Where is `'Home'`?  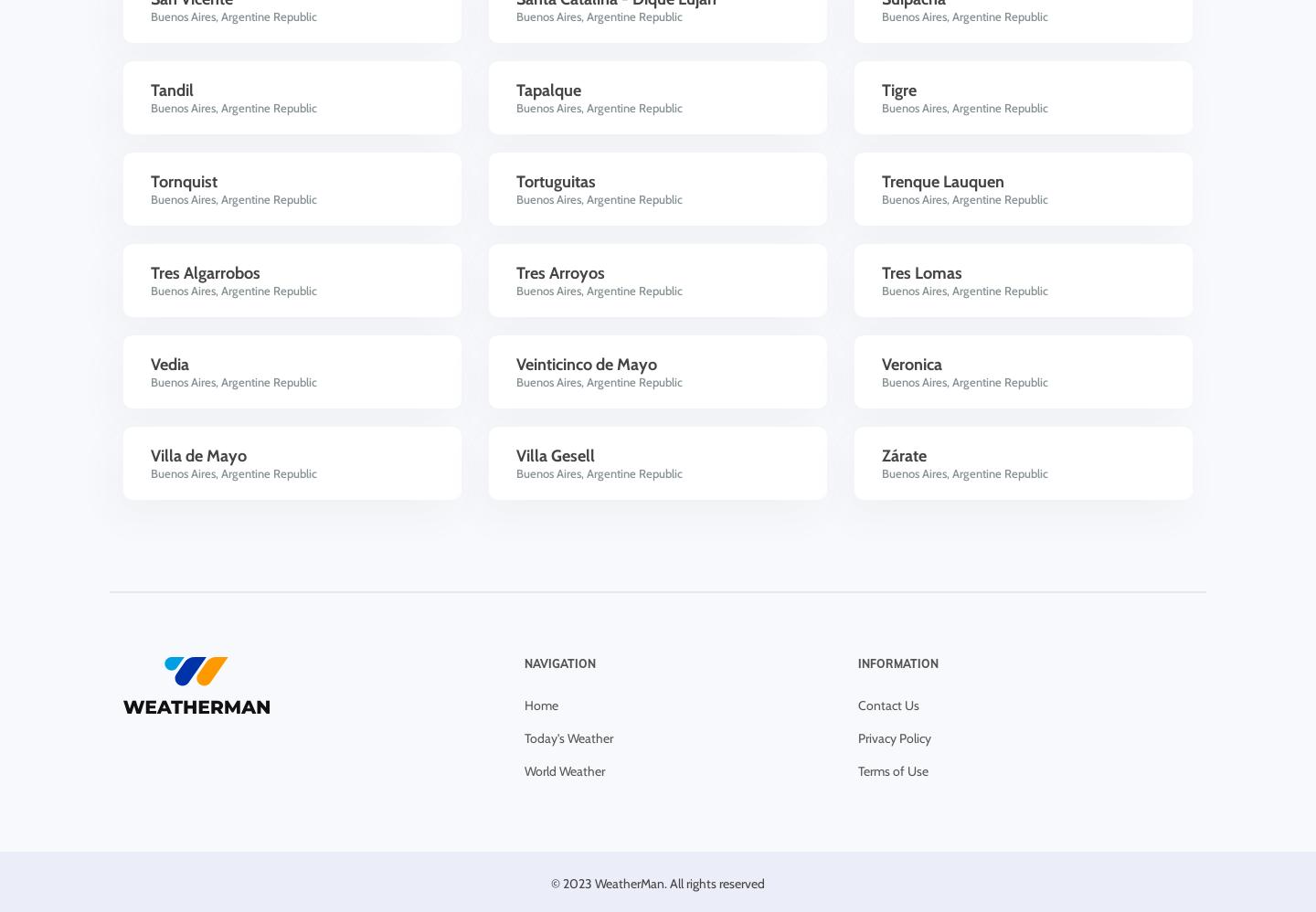
'Home' is located at coordinates (540, 704).